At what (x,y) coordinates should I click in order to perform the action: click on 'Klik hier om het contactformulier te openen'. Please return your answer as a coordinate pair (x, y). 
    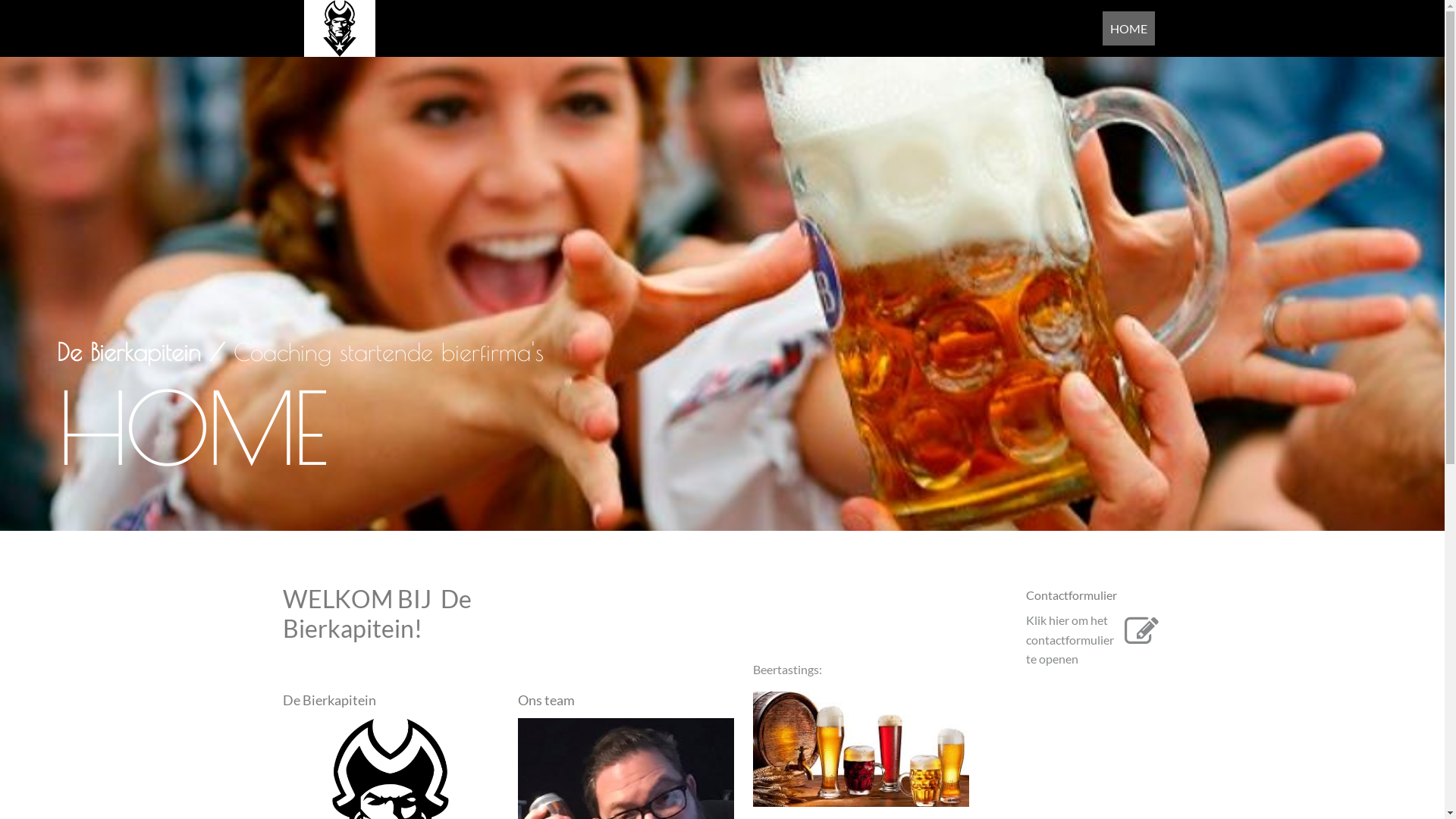
    Looking at the image, I should click on (1093, 639).